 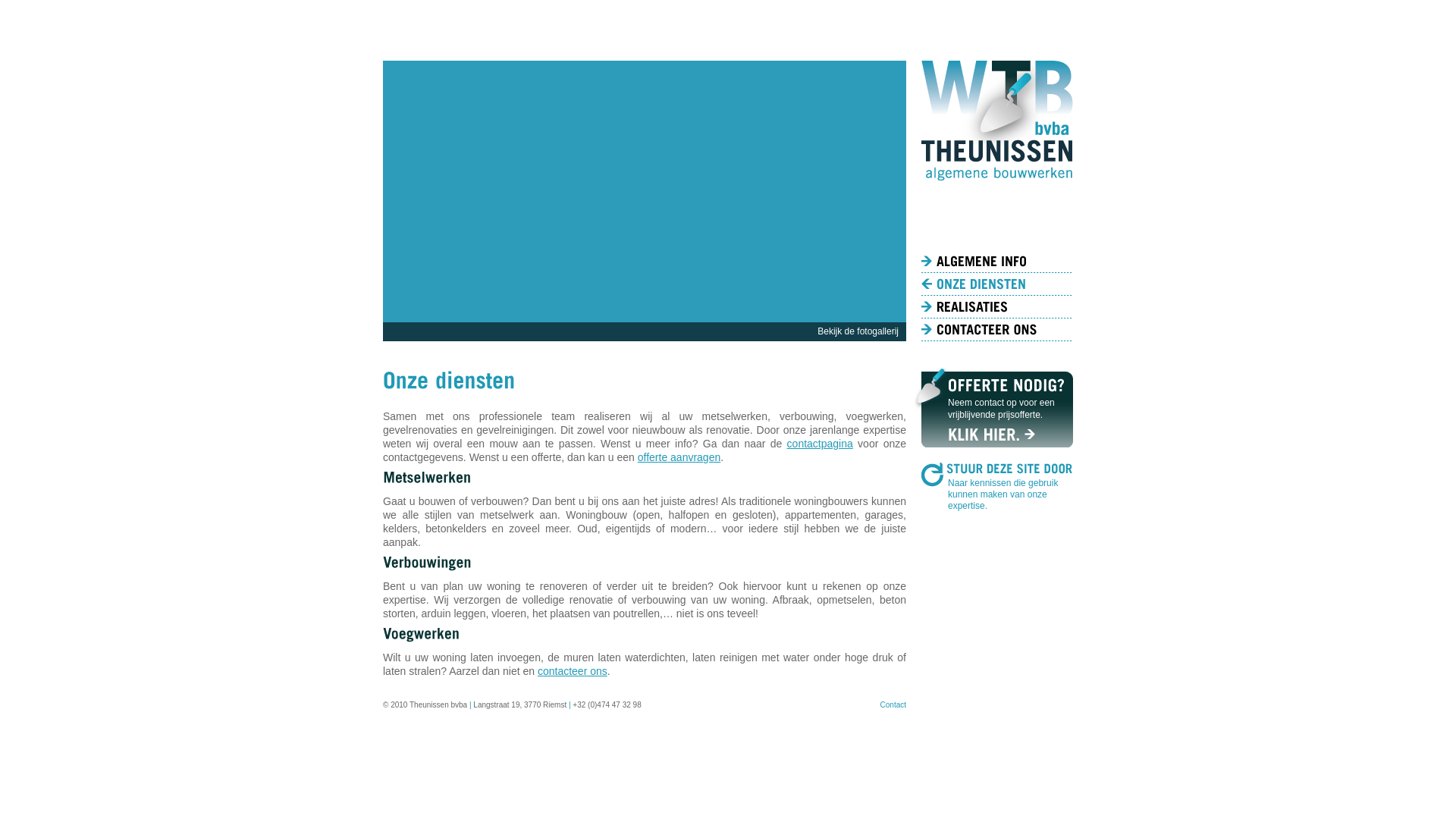 What do you see at coordinates (819, 444) in the screenshot?
I see `'contactpagina'` at bounding box center [819, 444].